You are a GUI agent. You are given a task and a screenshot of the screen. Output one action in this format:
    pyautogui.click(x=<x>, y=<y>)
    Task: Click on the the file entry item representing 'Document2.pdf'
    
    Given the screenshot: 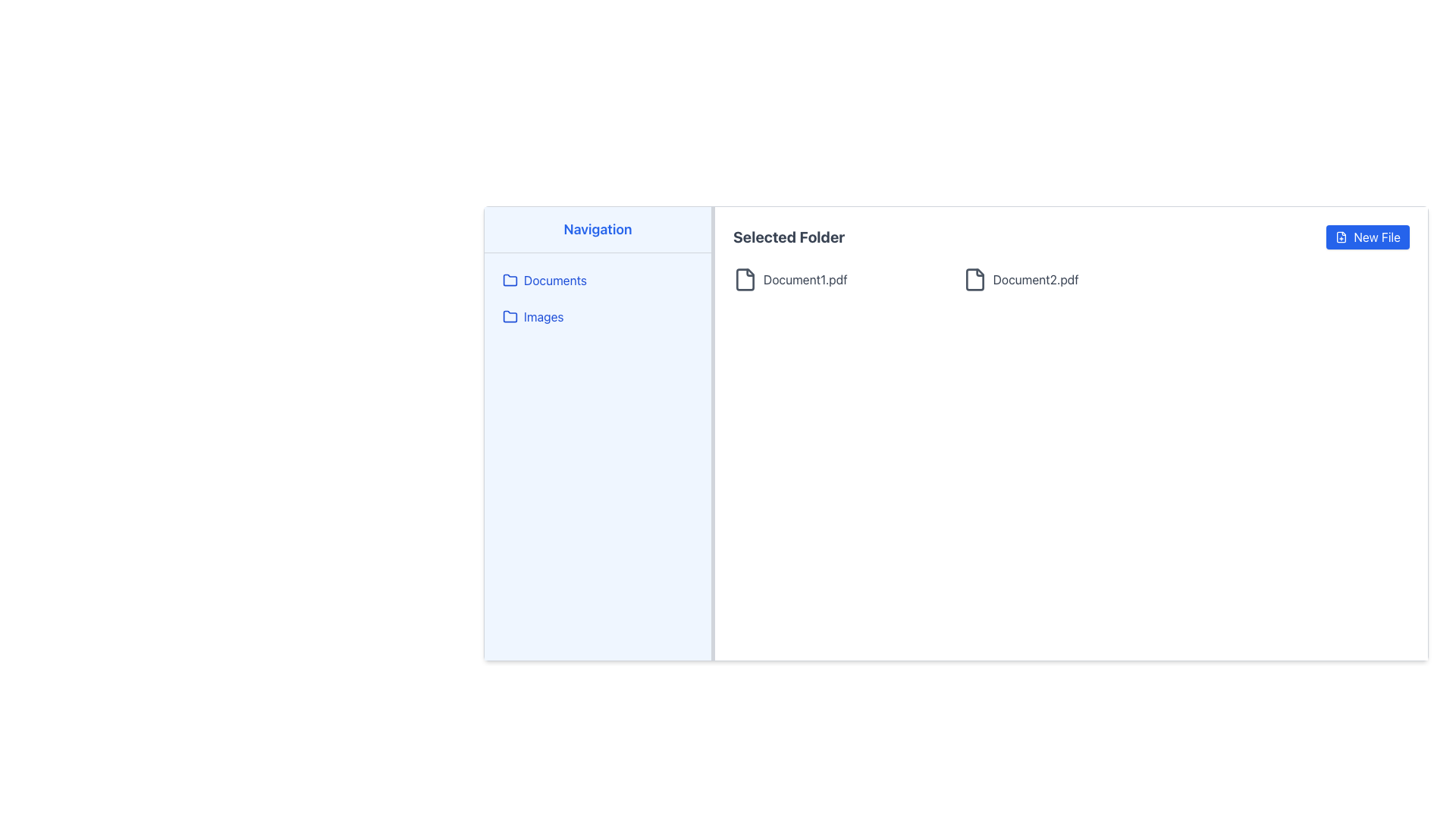 What is the action you would take?
    pyautogui.click(x=1070, y=280)
    